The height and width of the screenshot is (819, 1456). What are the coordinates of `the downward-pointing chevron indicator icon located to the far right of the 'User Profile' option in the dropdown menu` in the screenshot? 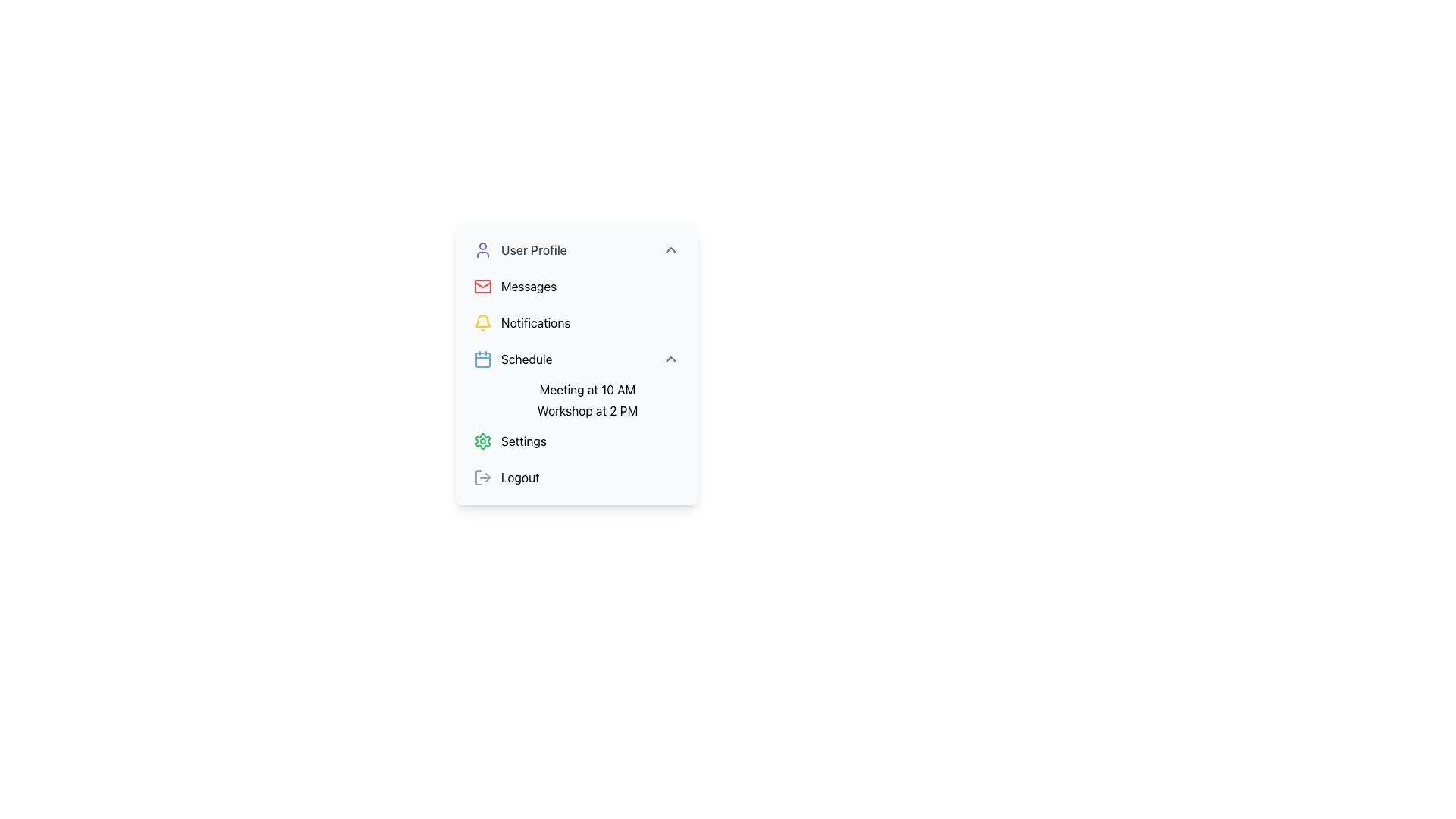 It's located at (670, 249).